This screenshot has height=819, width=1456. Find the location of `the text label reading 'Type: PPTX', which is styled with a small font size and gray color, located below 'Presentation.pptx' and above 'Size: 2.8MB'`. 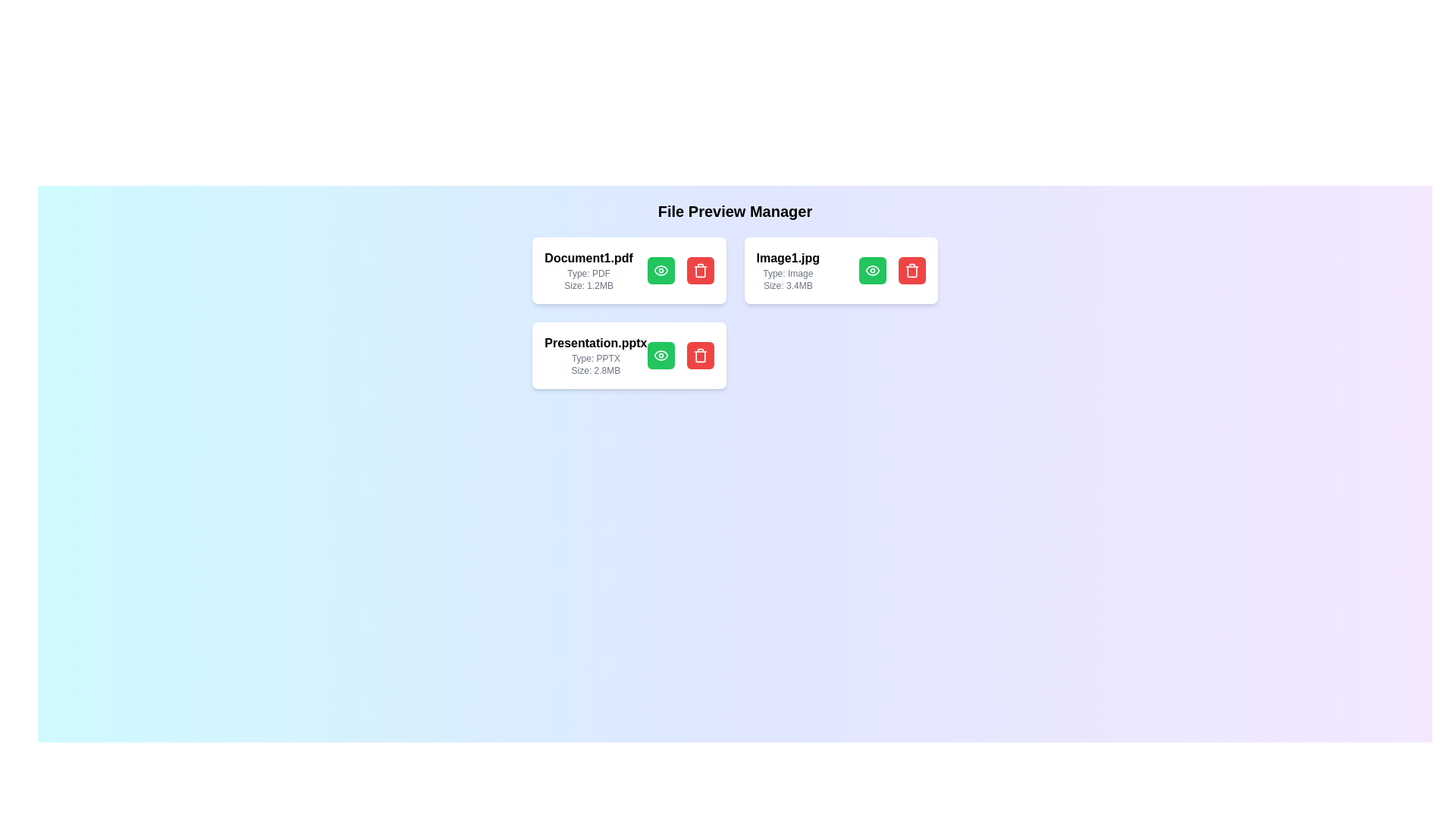

the text label reading 'Type: PPTX', which is styled with a small font size and gray color, located below 'Presentation.pptx' and above 'Size: 2.8MB' is located at coordinates (595, 359).